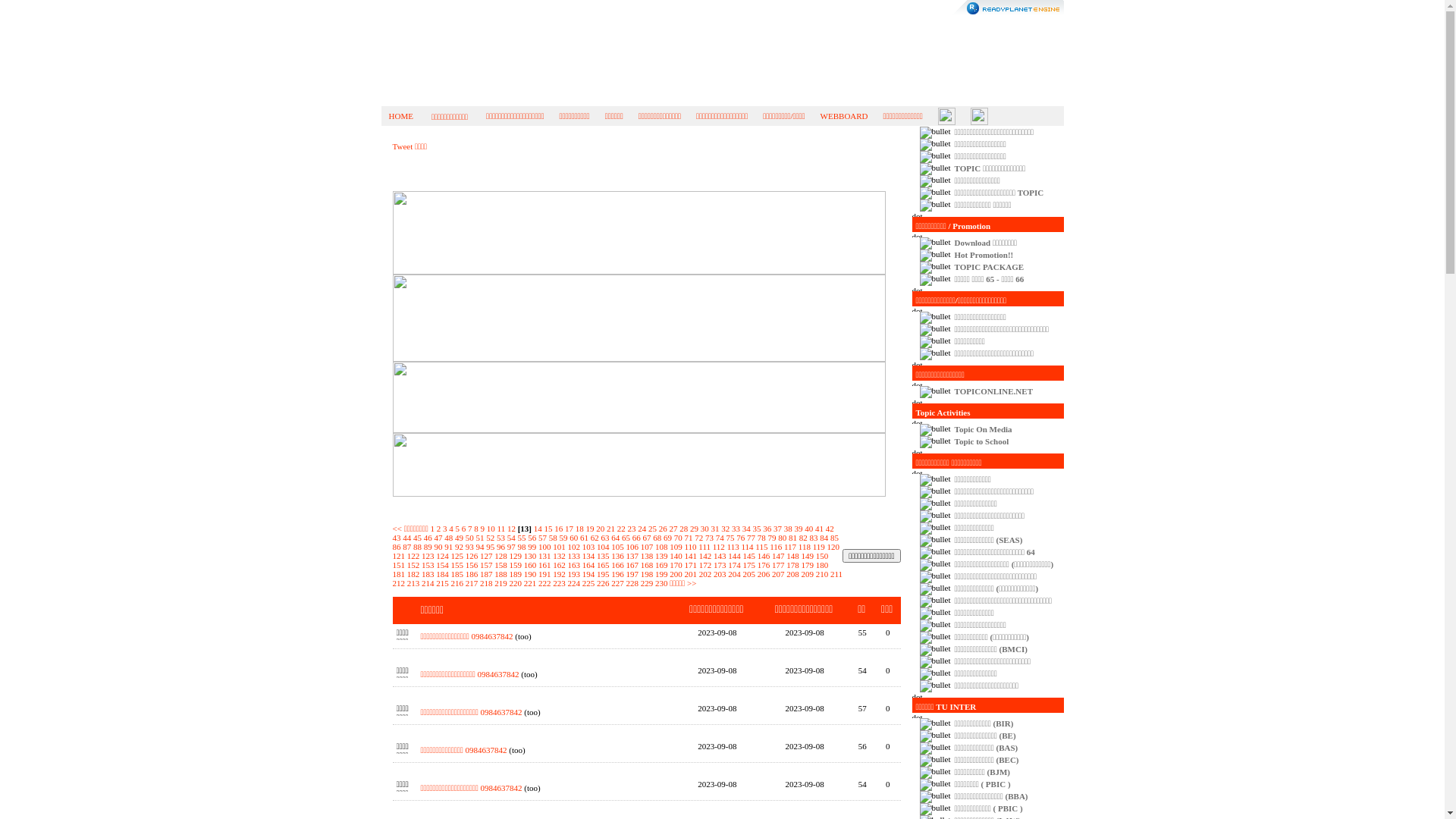 This screenshot has width=1456, height=819. What do you see at coordinates (636, 537) in the screenshot?
I see `'66'` at bounding box center [636, 537].